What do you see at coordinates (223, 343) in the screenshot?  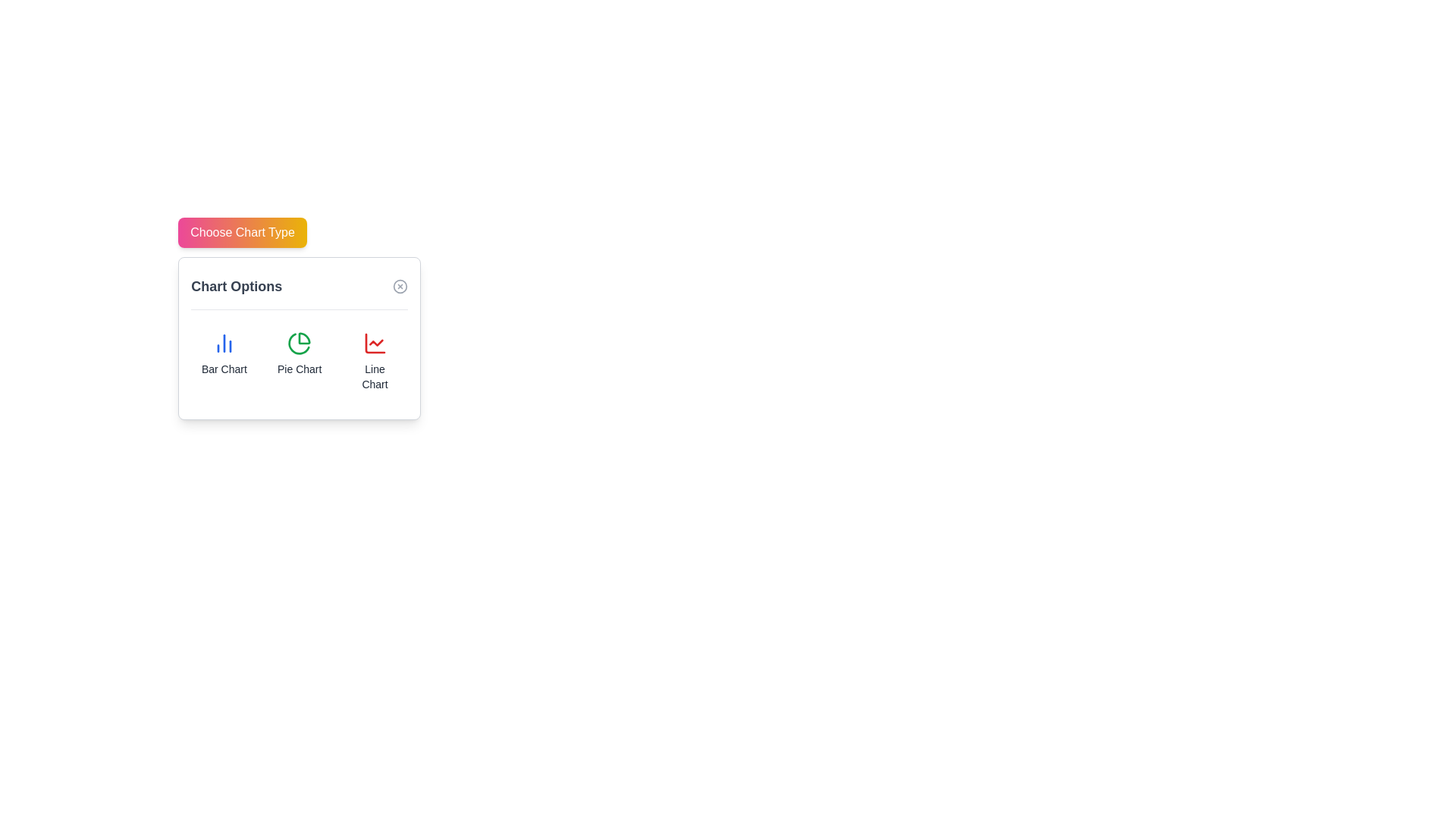 I see `the blue bar chart icon located in the 'Chart Options' panel` at bounding box center [223, 343].